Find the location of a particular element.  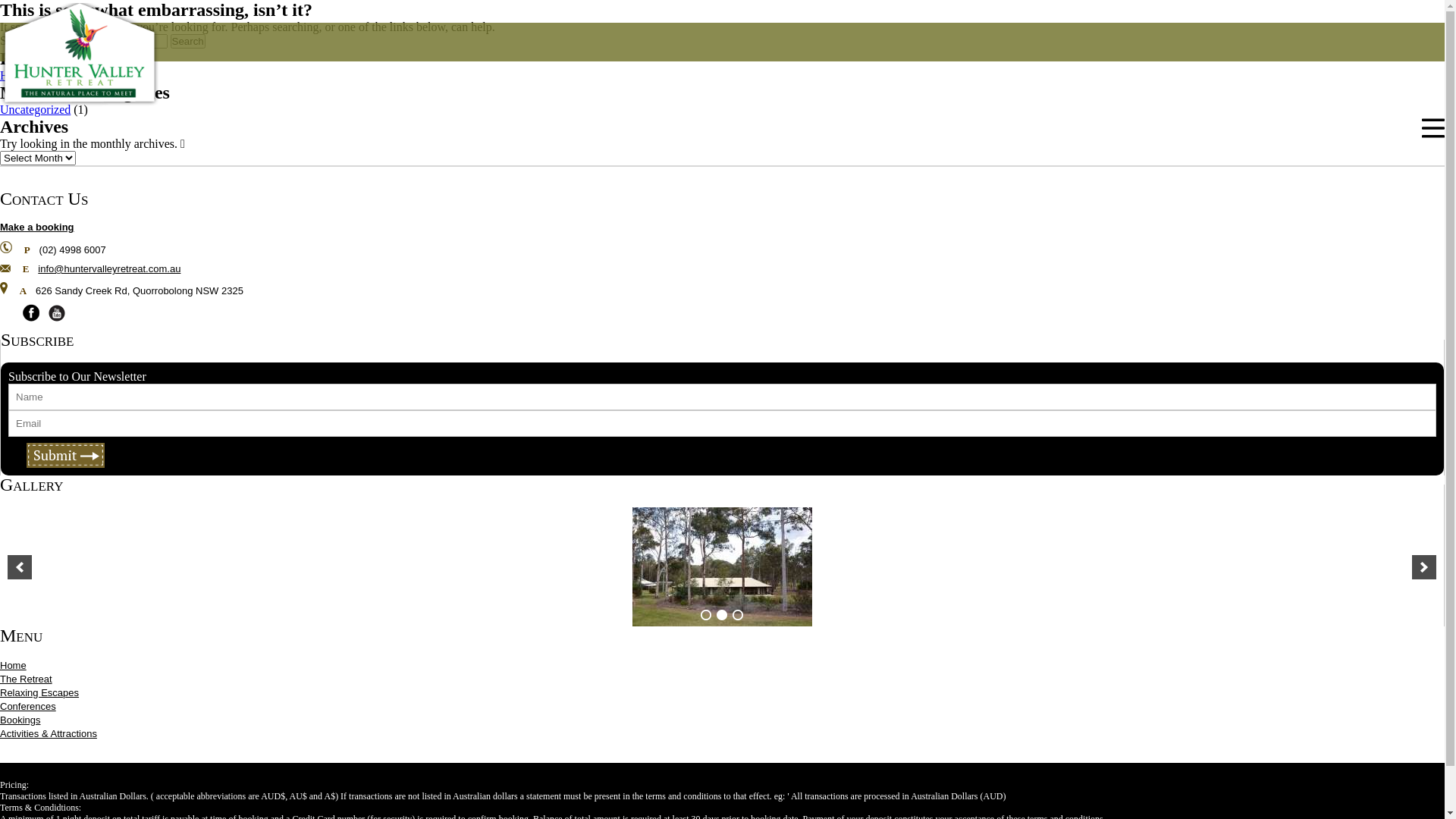

'Submit' is located at coordinates (64, 454).